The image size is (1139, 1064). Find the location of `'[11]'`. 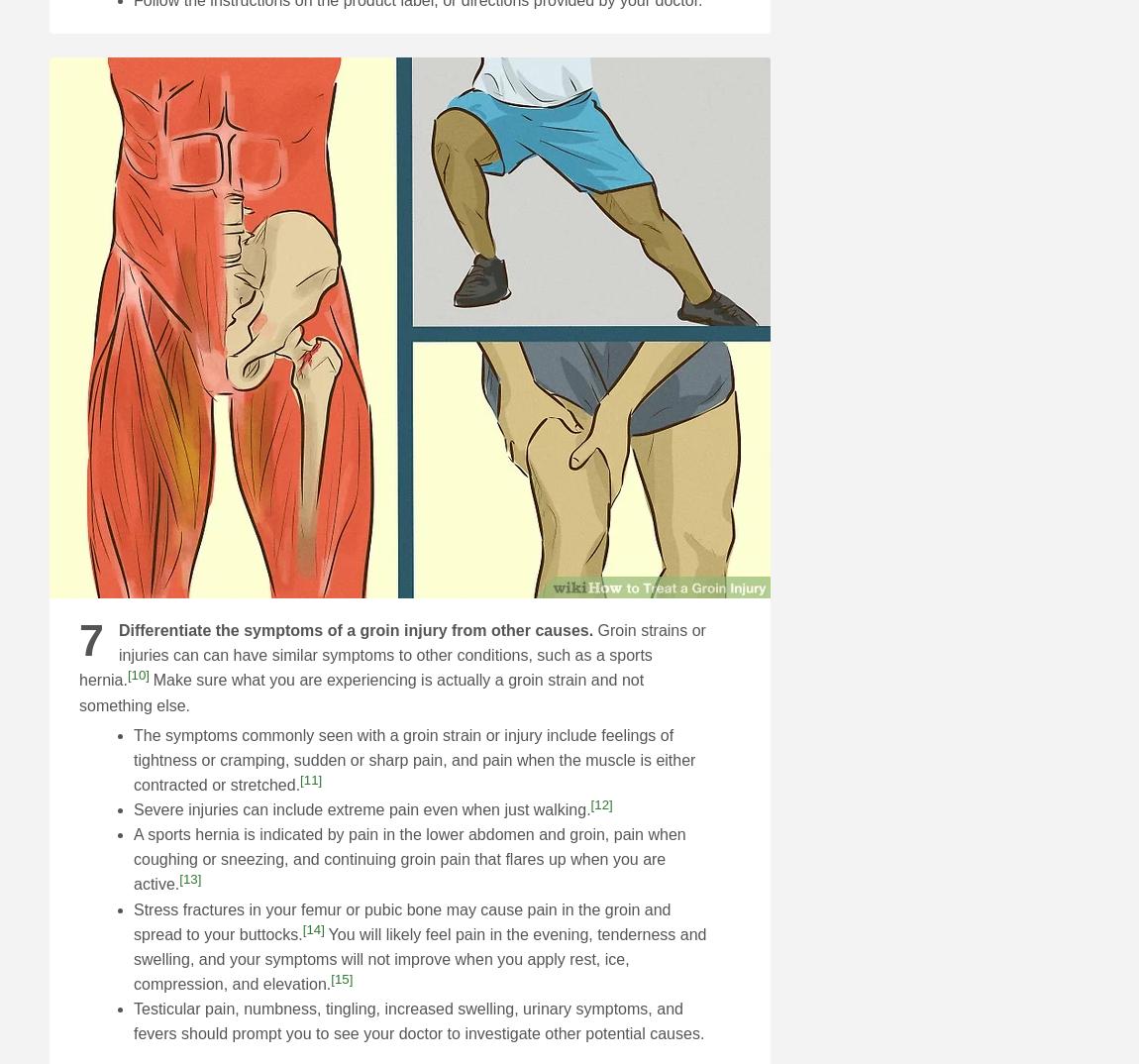

'[11]' is located at coordinates (310, 778).